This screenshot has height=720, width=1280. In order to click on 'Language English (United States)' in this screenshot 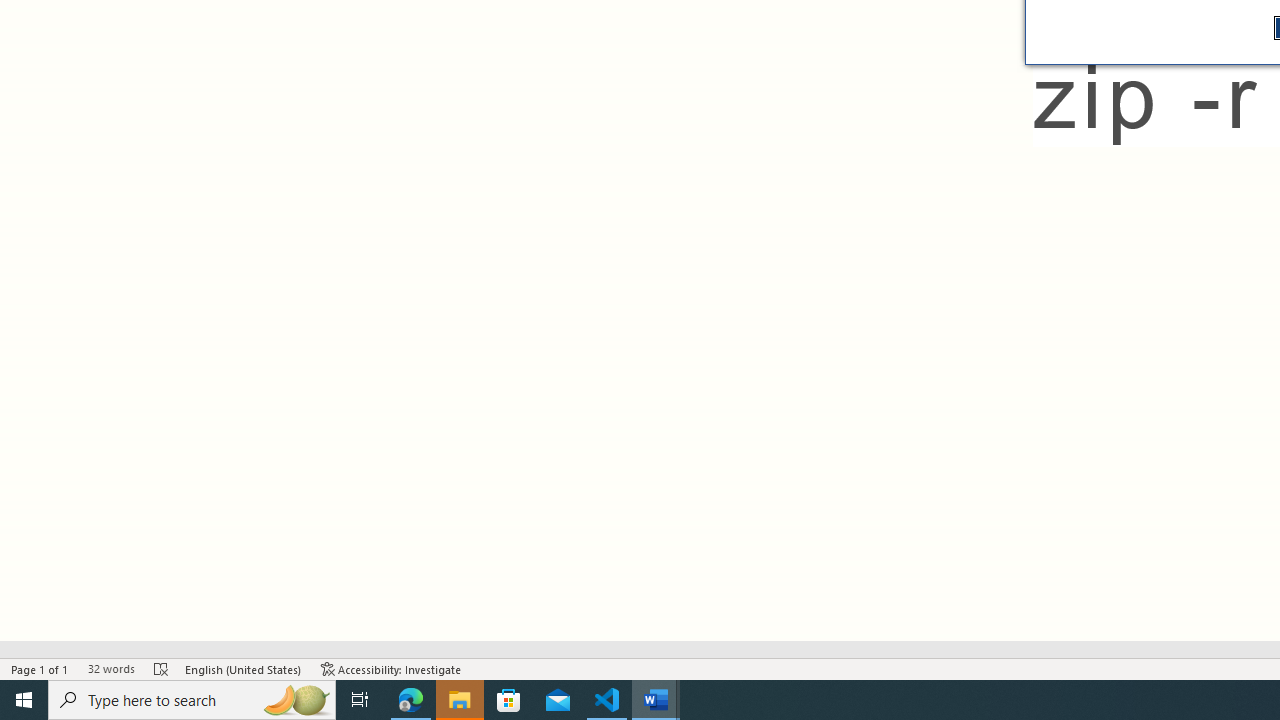, I will do `click(242, 669)`.